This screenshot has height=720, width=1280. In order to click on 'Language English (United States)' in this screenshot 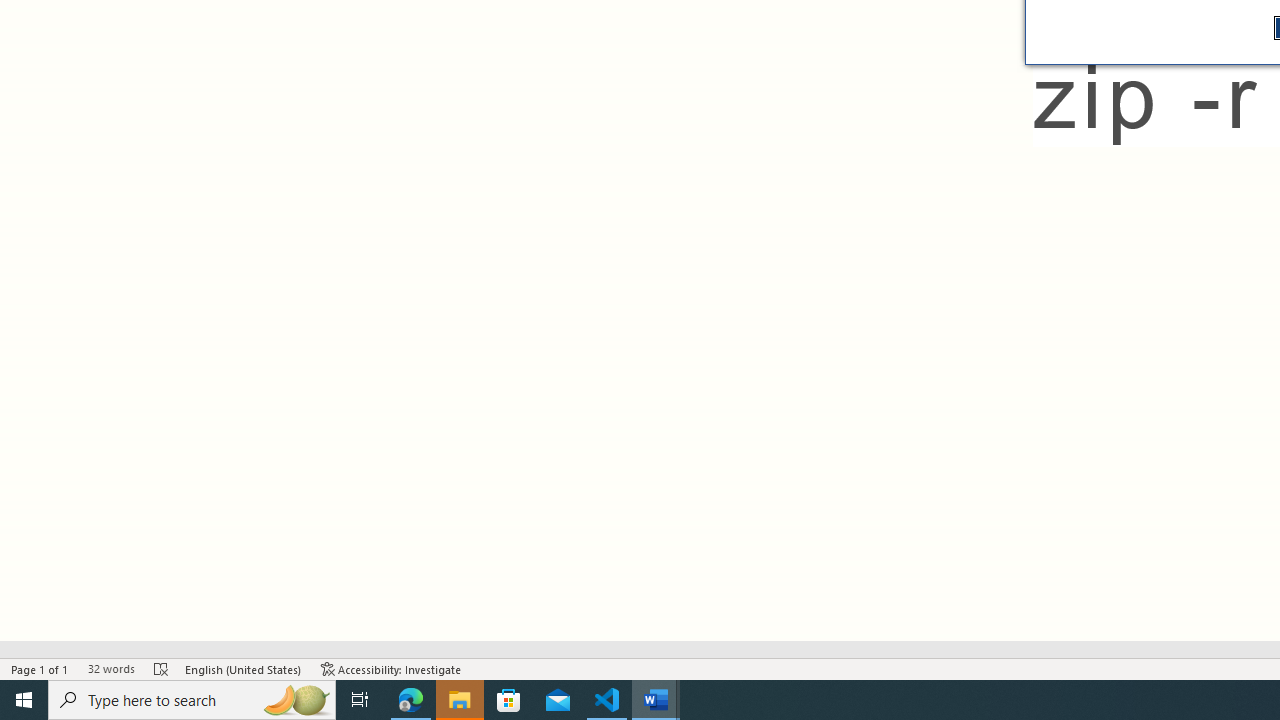, I will do `click(242, 669)`.